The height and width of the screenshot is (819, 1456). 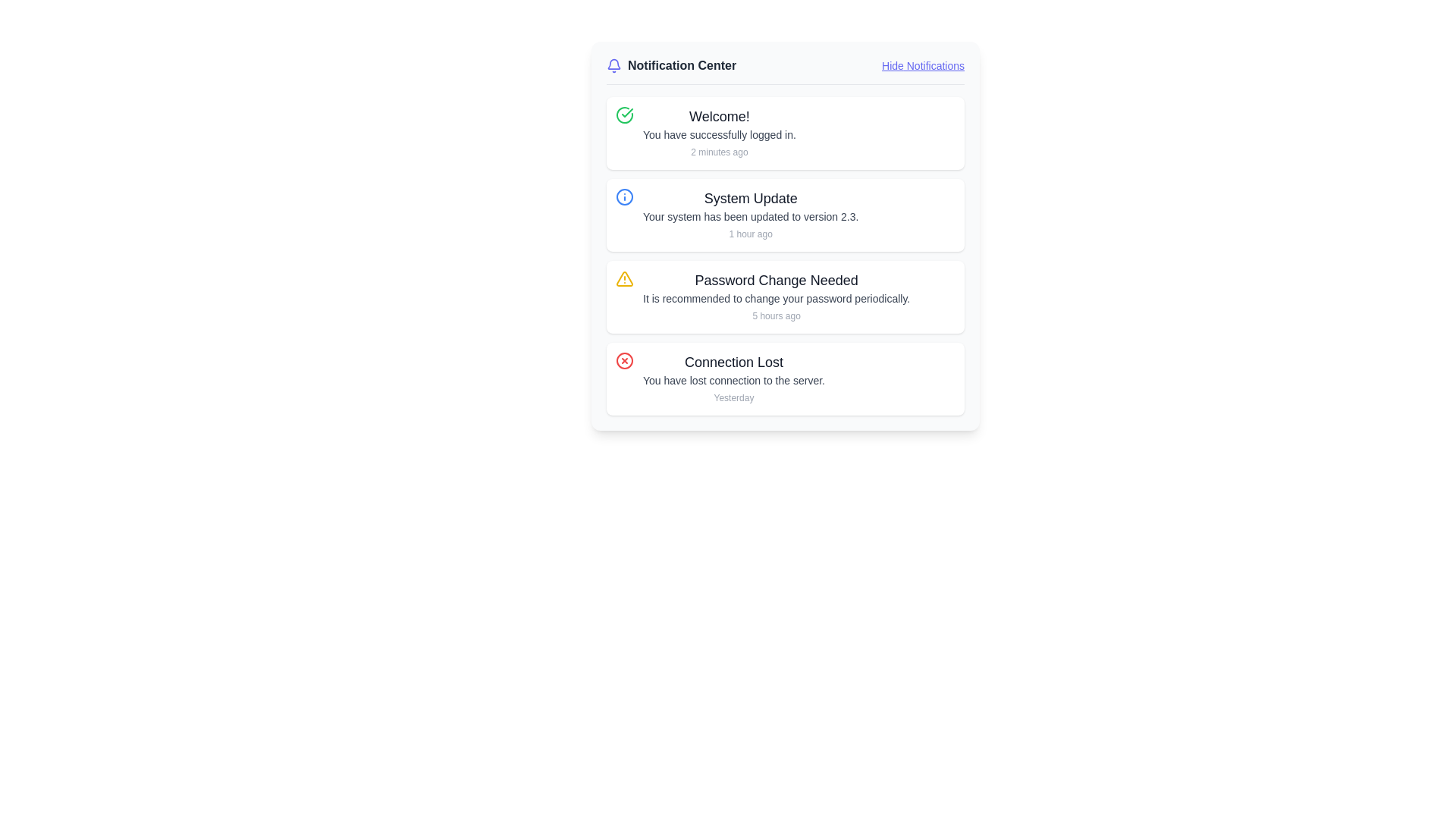 What do you see at coordinates (786, 378) in the screenshot?
I see `the Informational Notification Card that indicates a lost connection to the server, which is the fourth notification in the list of notifications` at bounding box center [786, 378].